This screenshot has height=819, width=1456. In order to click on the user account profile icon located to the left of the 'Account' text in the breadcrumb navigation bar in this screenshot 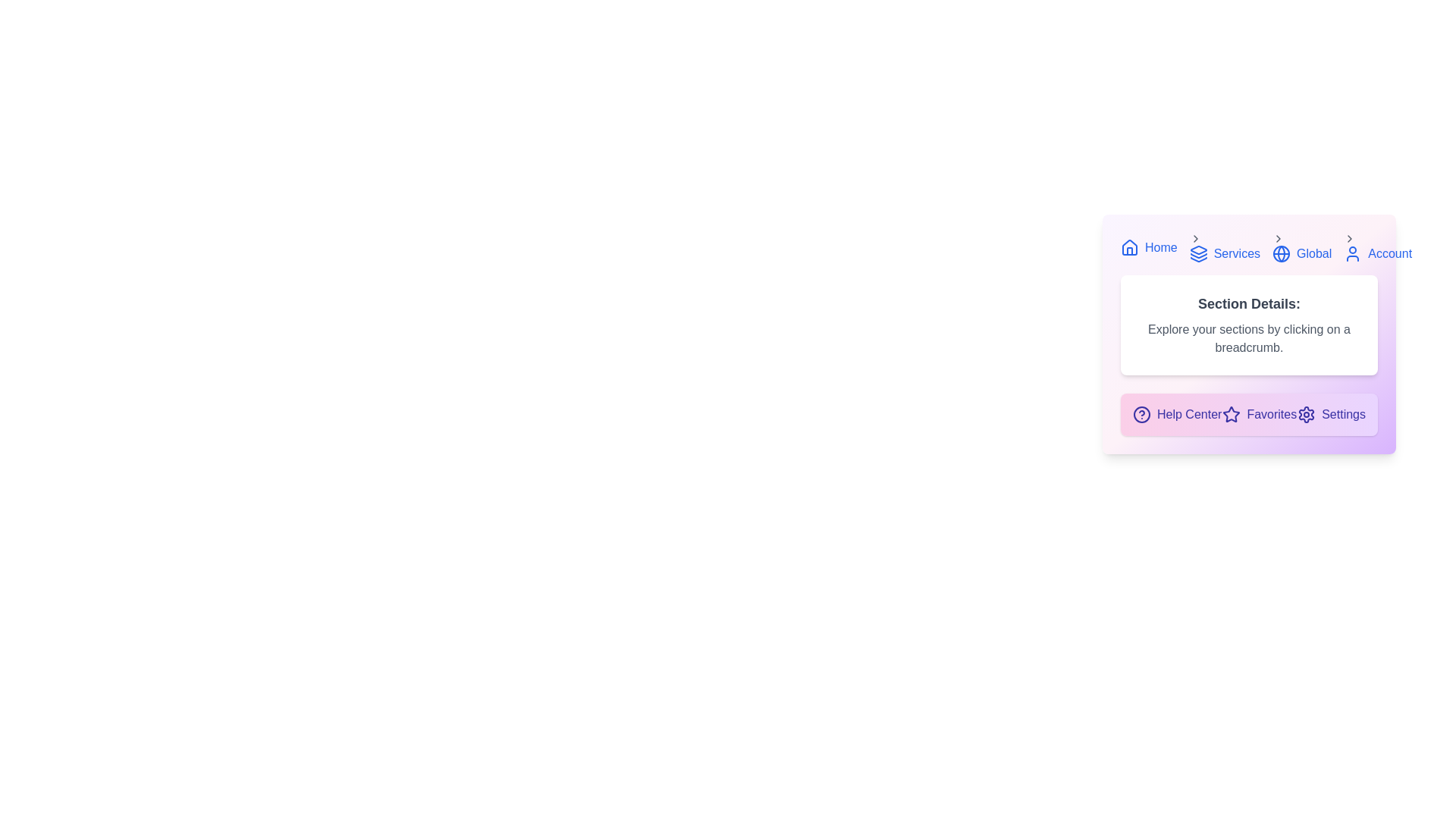, I will do `click(1353, 253)`.